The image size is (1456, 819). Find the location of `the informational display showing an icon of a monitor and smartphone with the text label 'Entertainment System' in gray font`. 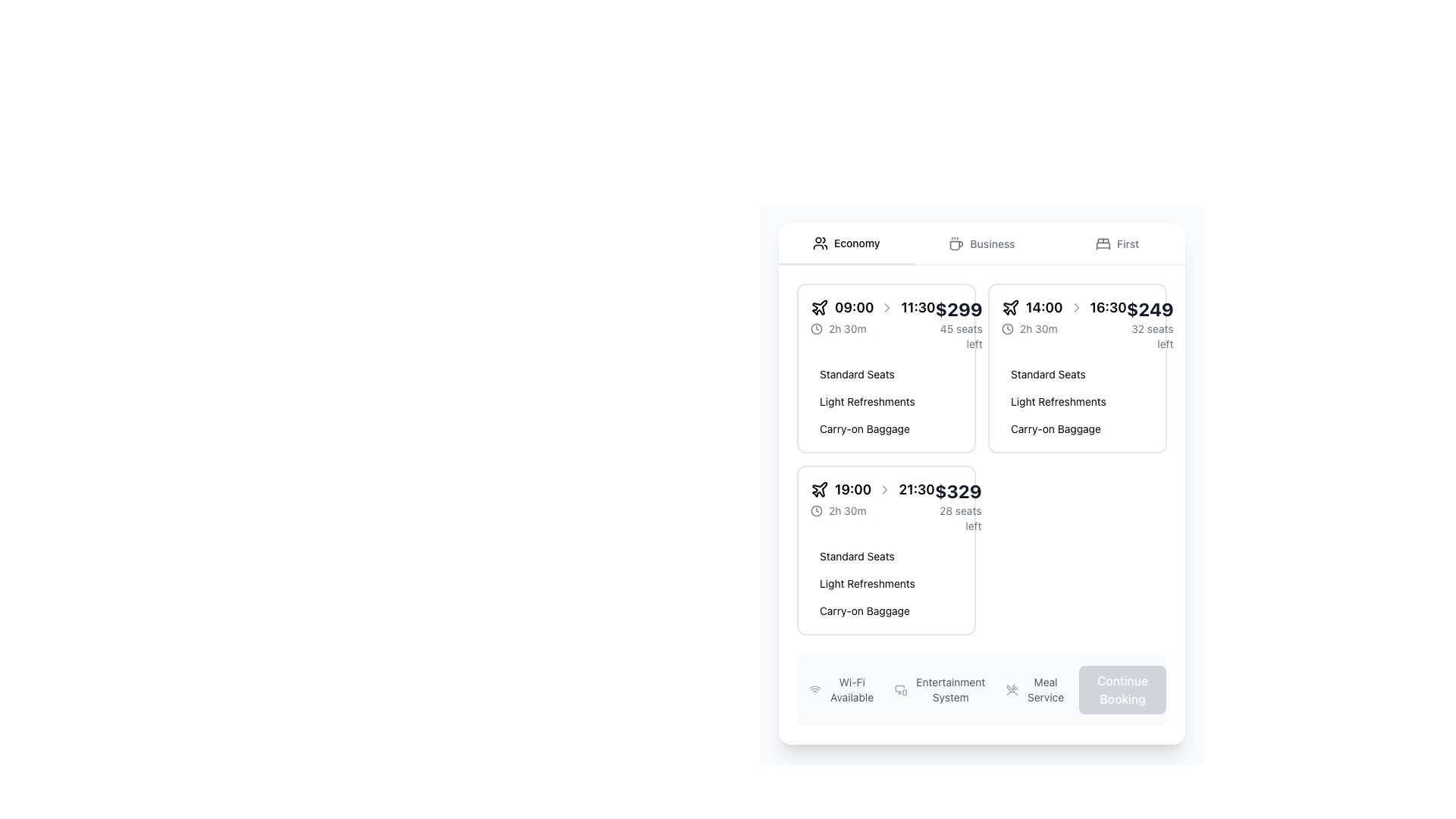

the informational display showing an icon of a monitor and smartphone with the text label 'Entertainment System' in gray font is located at coordinates (940, 690).